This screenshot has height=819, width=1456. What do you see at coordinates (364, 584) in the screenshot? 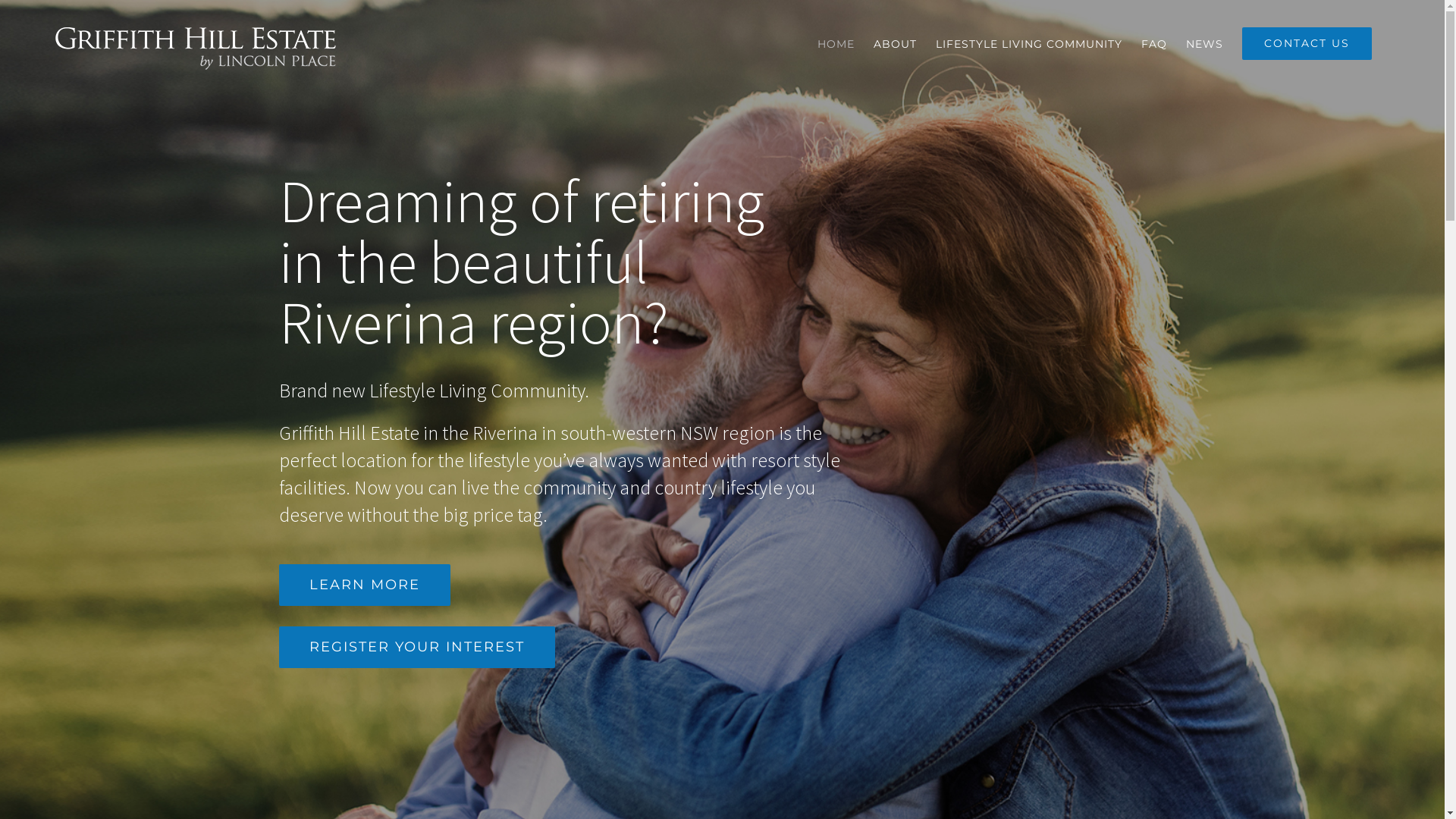
I see `'LEARN MORE'` at bounding box center [364, 584].